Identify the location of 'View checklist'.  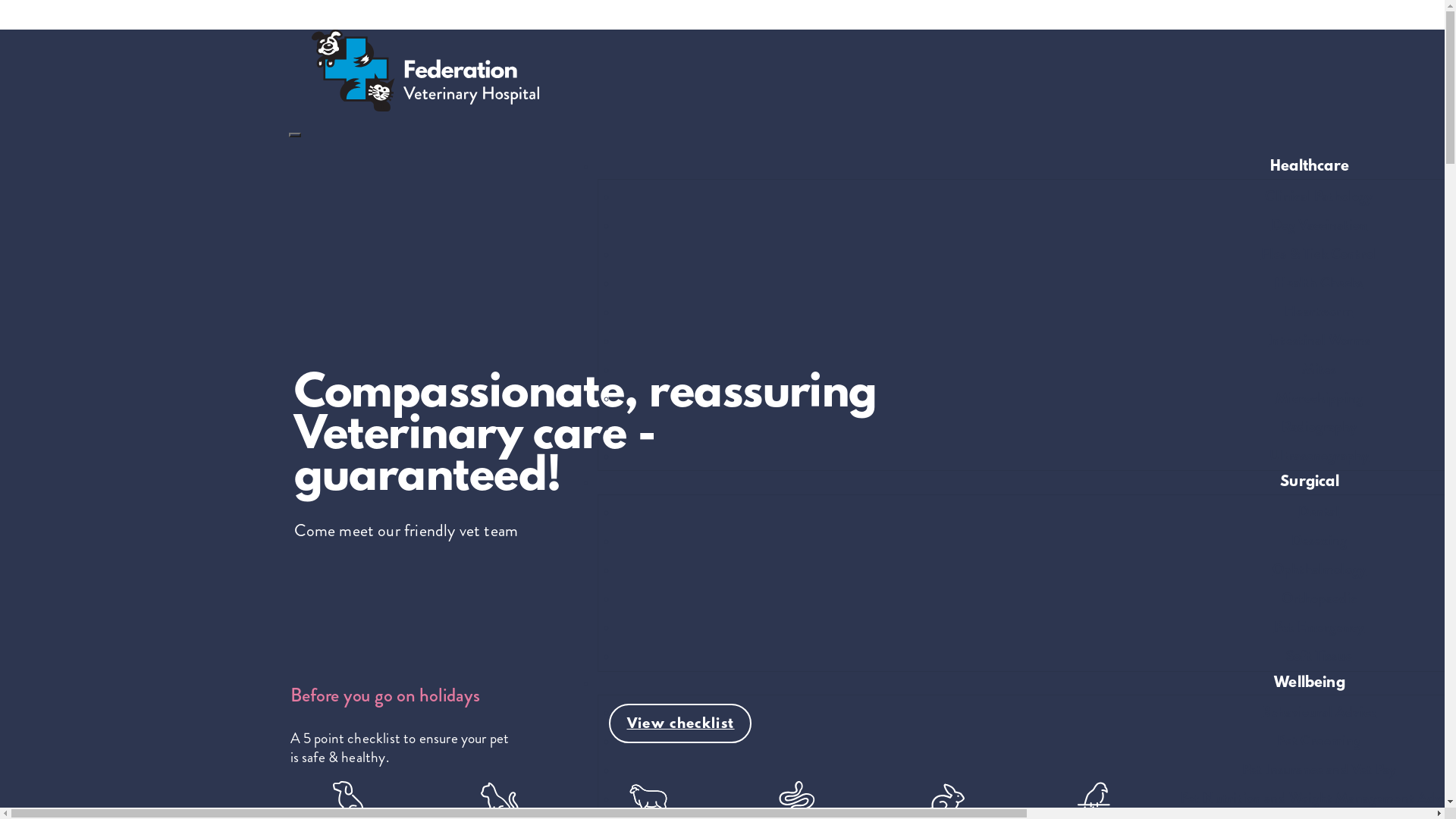
(679, 722).